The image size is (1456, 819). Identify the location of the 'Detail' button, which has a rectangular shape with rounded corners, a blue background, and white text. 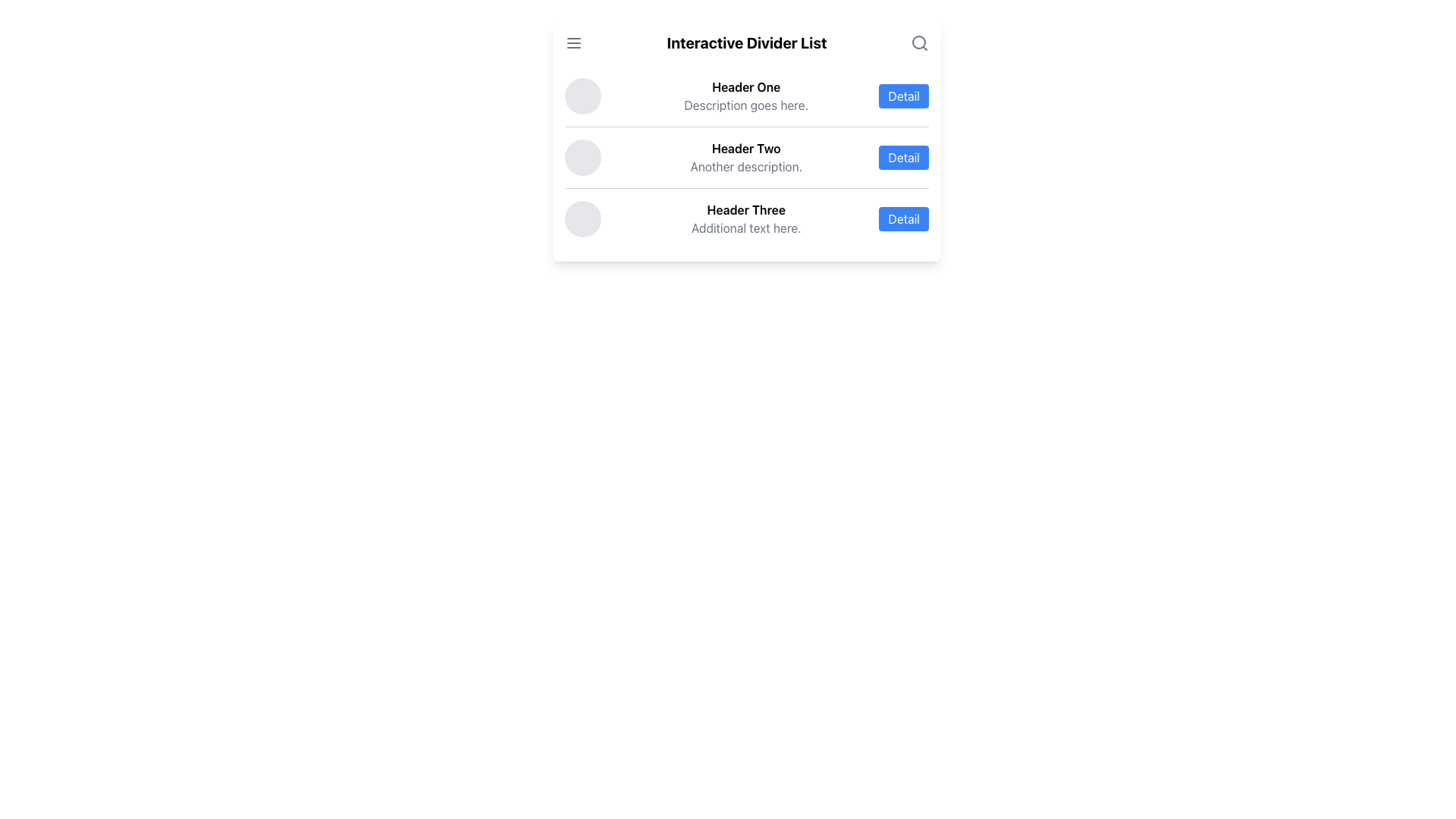
(904, 96).